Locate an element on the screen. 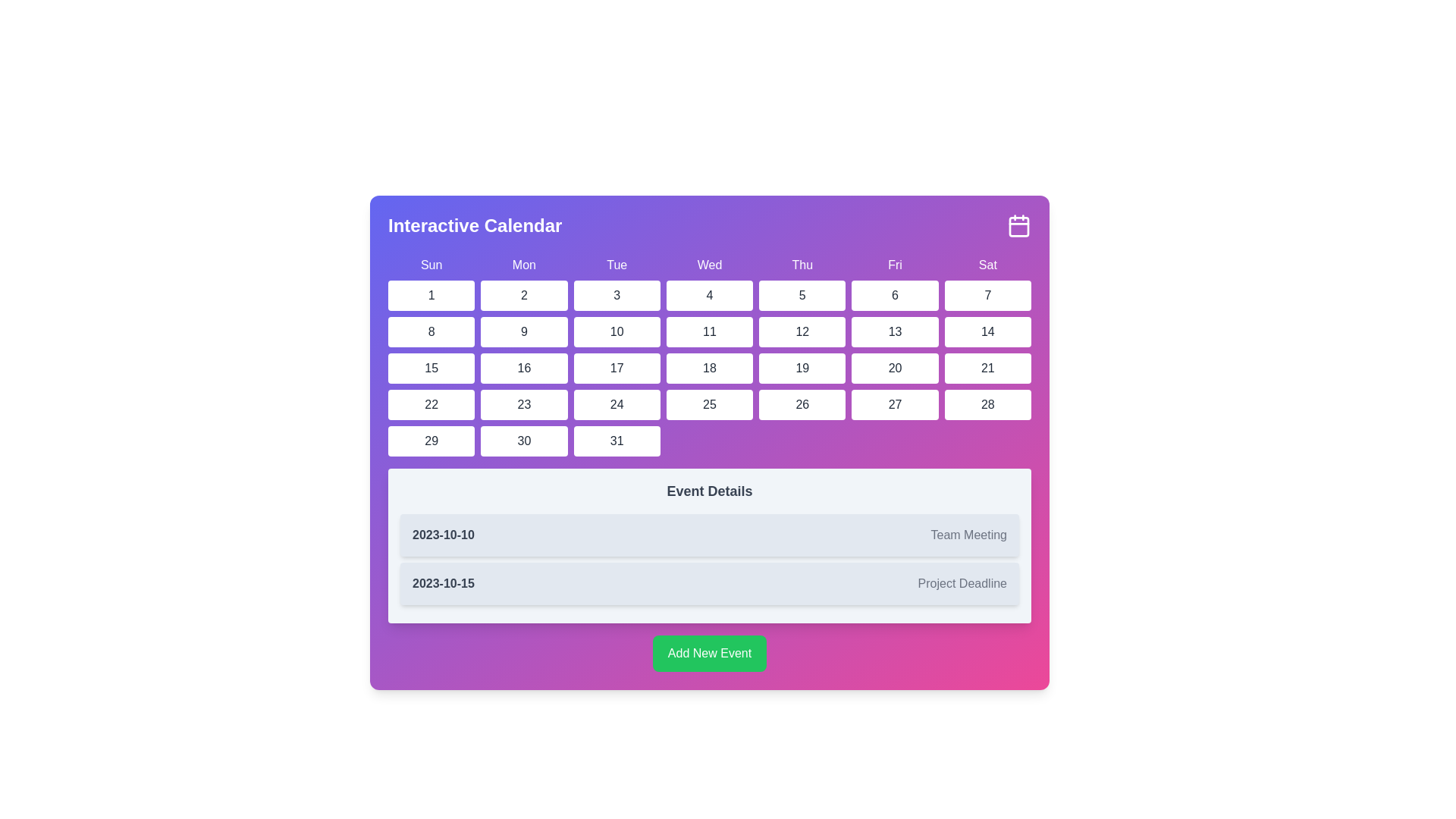 This screenshot has height=819, width=1456. the date selection button located in the second column of the second row of the calendar is located at coordinates (431, 331).